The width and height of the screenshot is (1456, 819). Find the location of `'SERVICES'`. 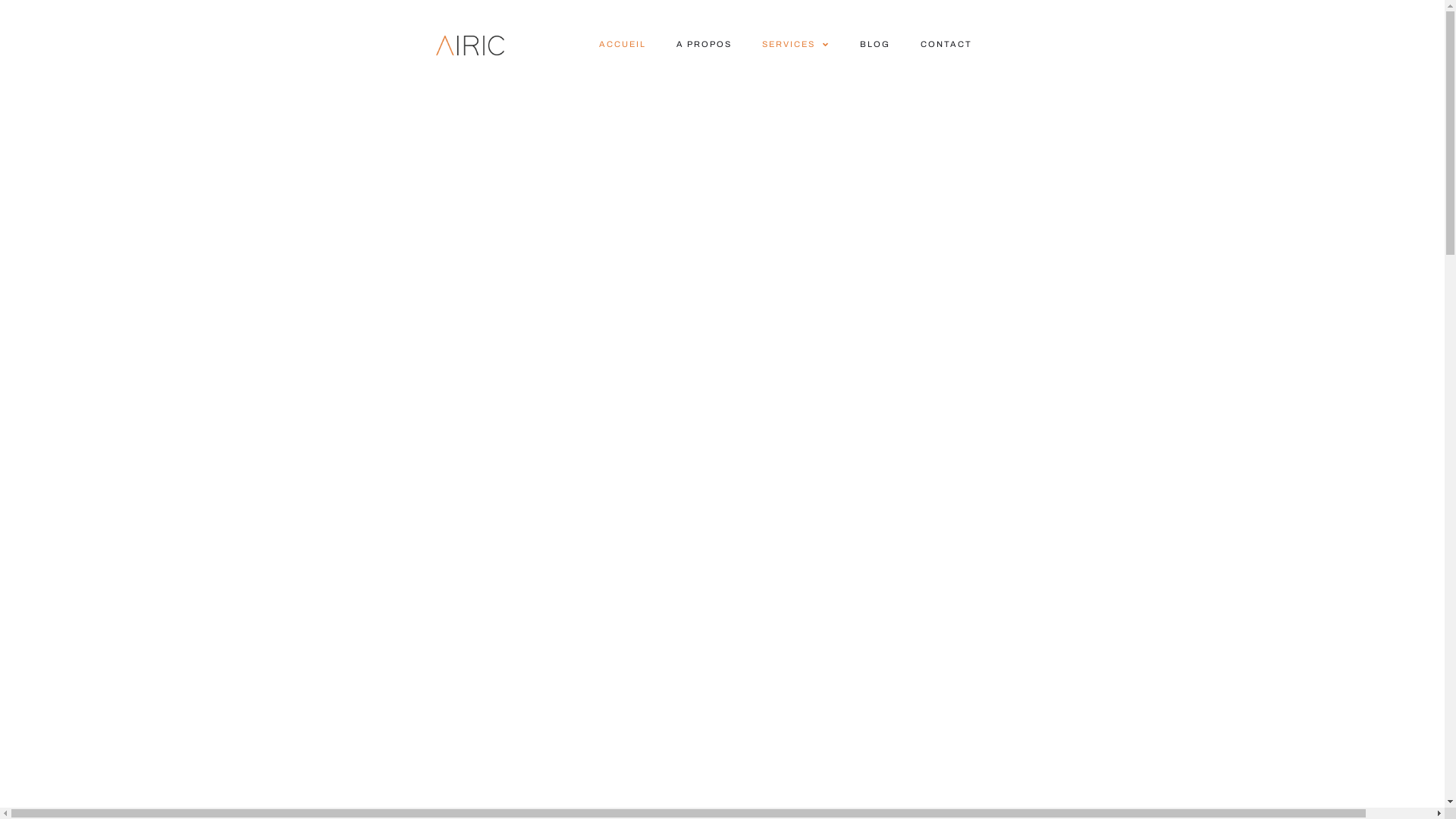

'SERVICES' is located at coordinates (746, 43).